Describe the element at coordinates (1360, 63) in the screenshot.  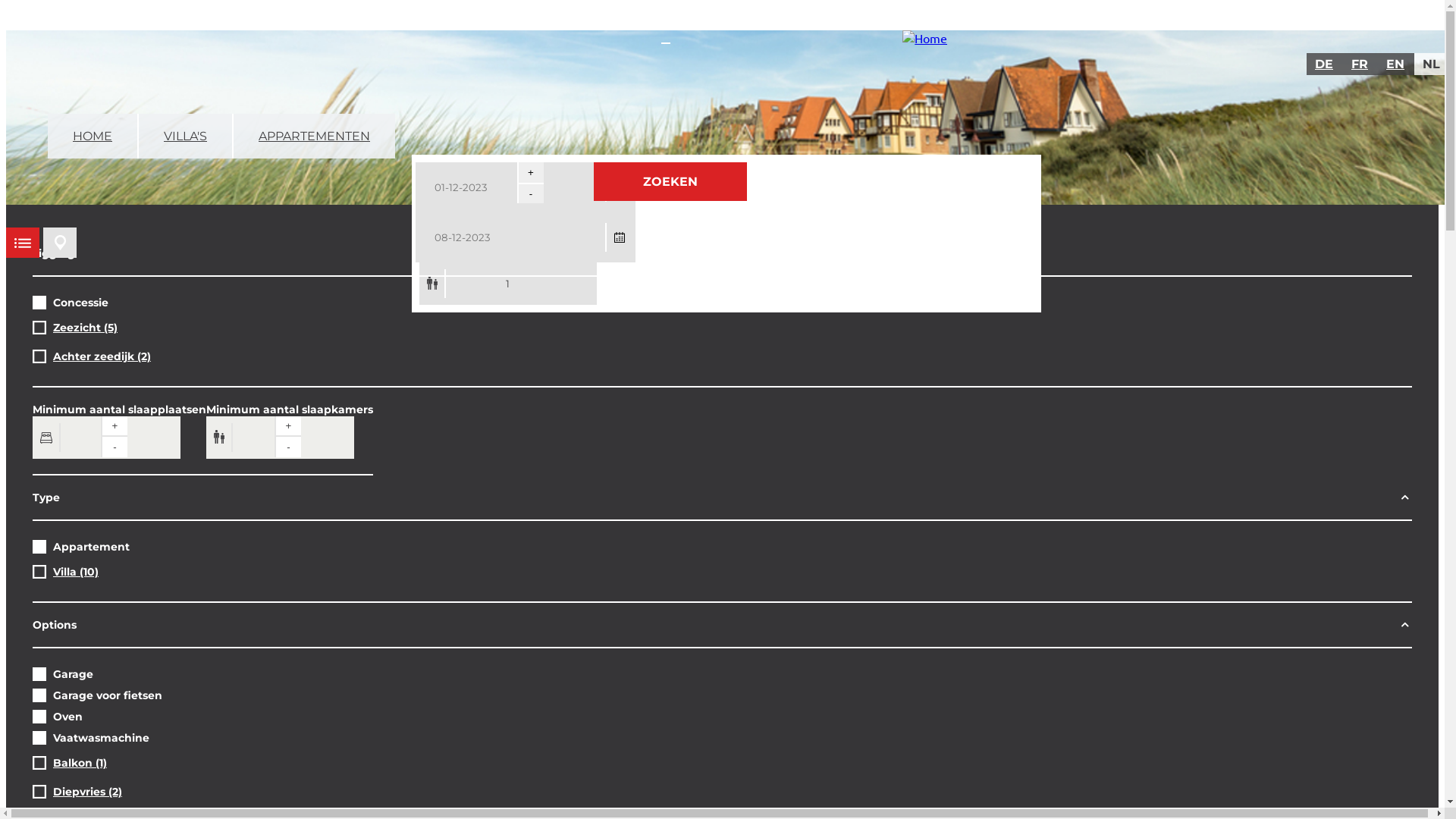
I see `'FR'` at that location.